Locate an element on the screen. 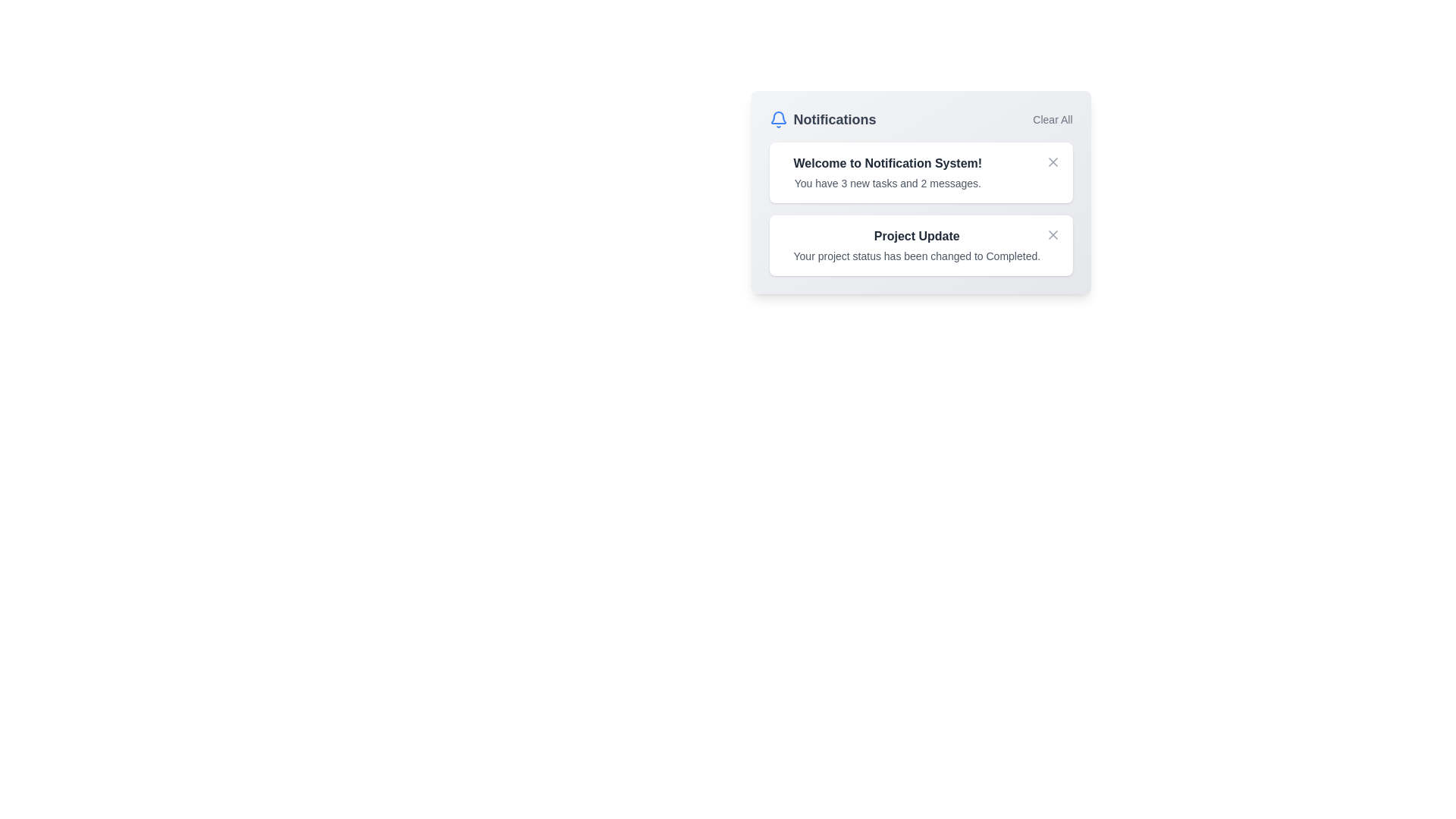  the minimalistic cross-shaped SVG icon used for dismissing the first notification card in the header section is located at coordinates (1052, 162).